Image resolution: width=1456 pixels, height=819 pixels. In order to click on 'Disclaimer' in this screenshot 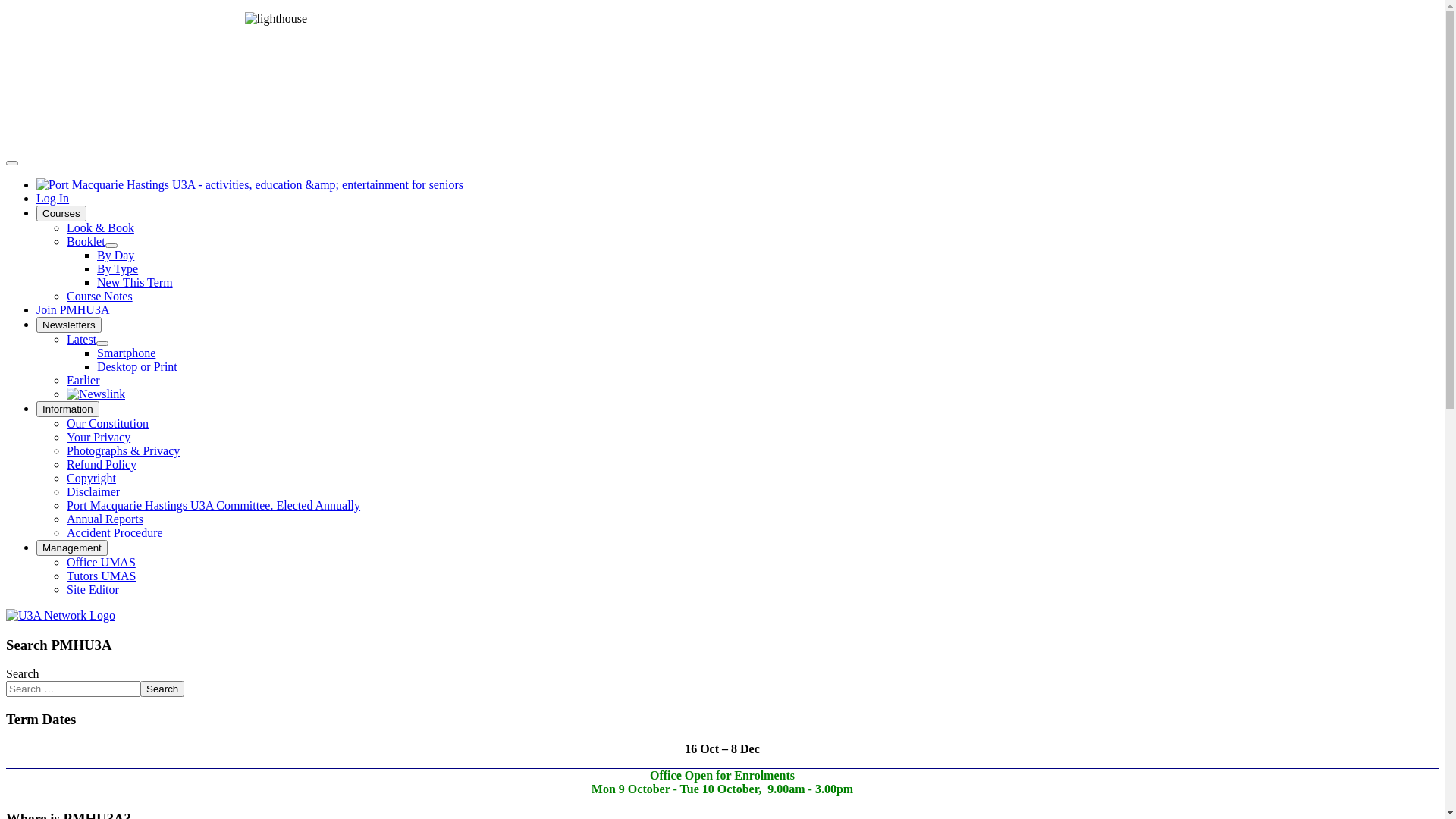, I will do `click(65, 491)`.